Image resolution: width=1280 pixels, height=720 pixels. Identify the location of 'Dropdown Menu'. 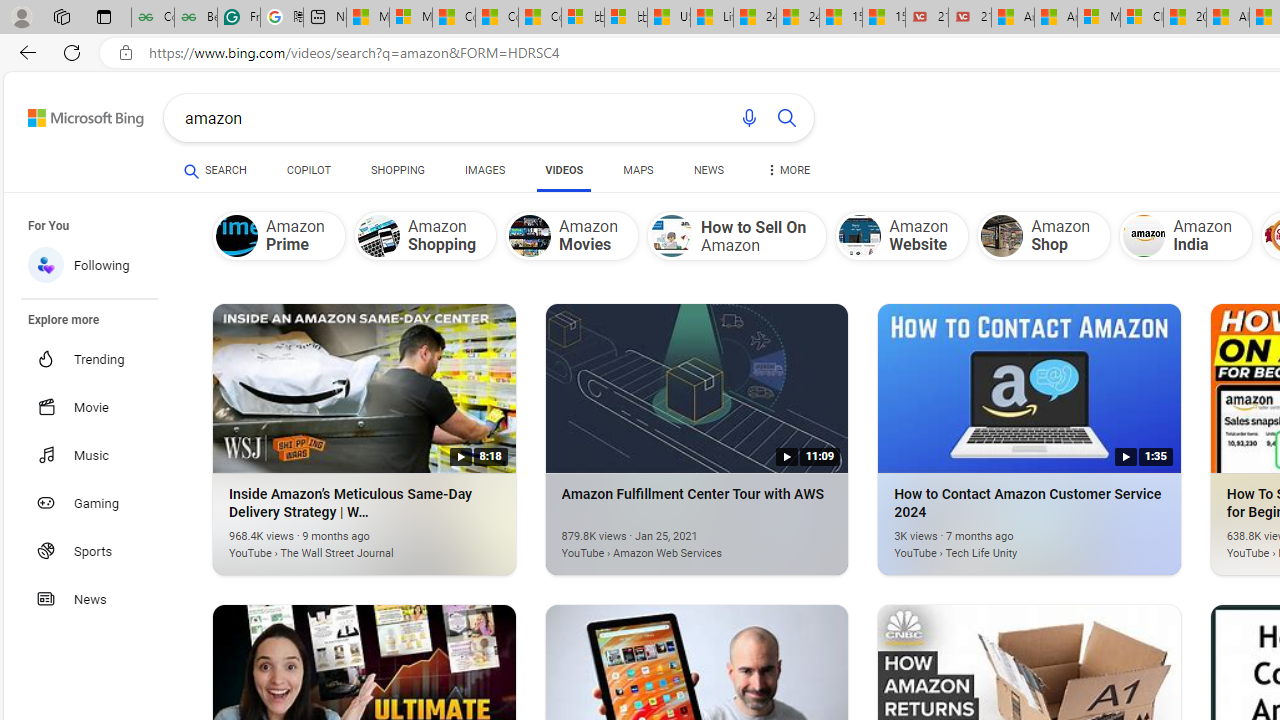
(786, 170).